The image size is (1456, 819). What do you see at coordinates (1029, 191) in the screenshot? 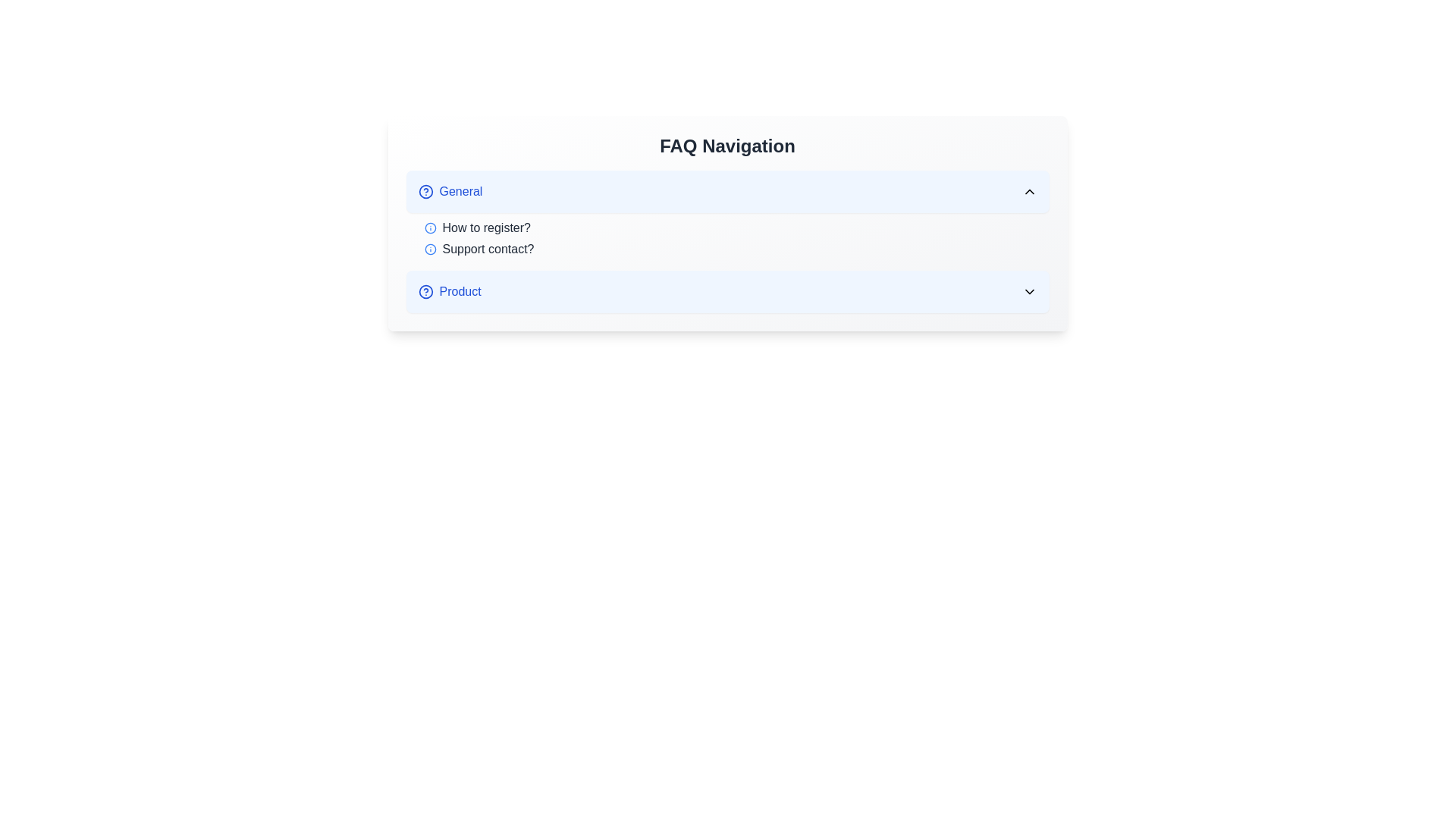
I see `the upward-pointing chevron icon (Toggle Icon) located at the far right of the 'General' section in the FAQ navigation panel` at bounding box center [1029, 191].